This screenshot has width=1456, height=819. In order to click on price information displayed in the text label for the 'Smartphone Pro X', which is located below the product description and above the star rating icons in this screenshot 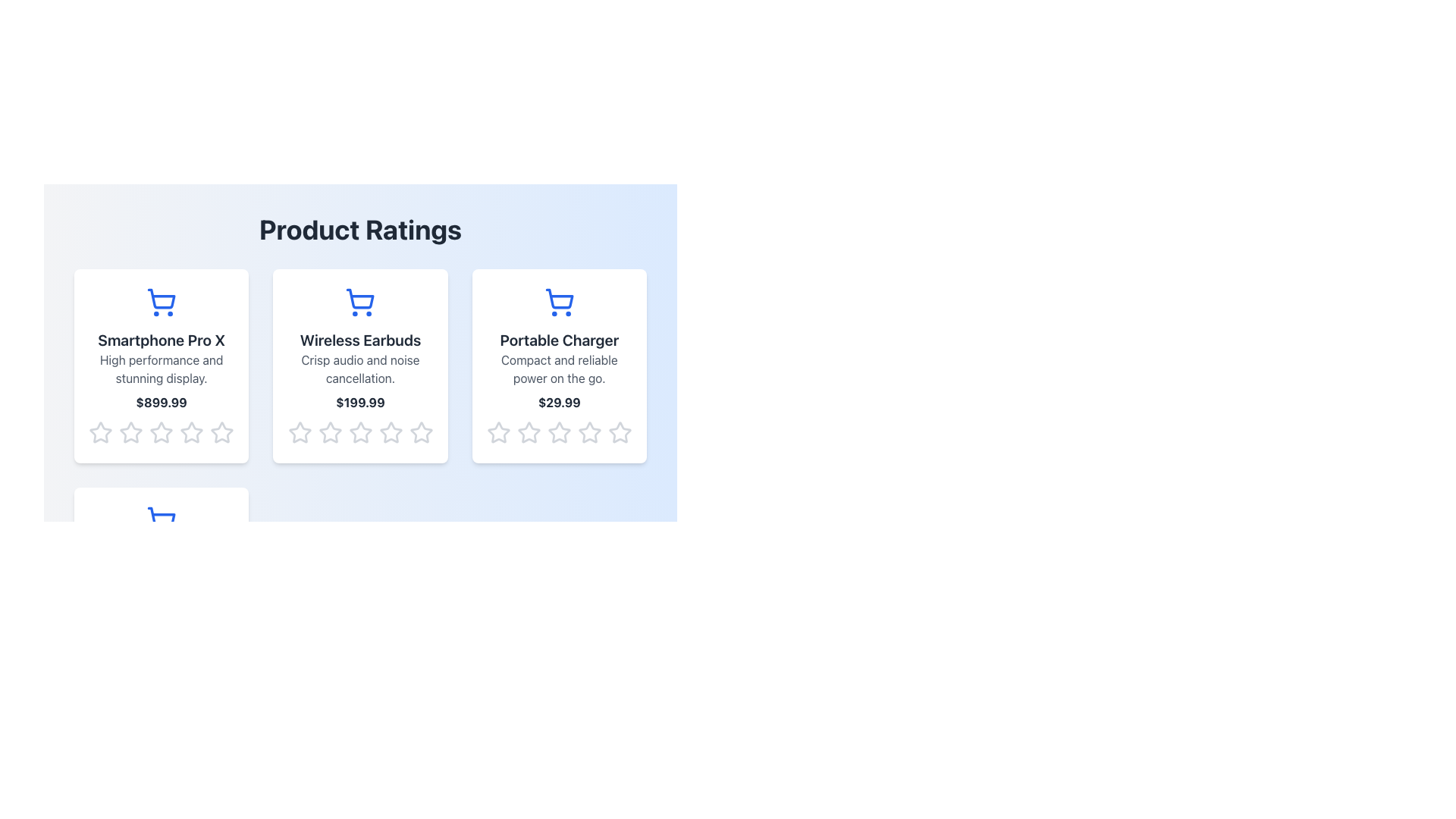, I will do `click(162, 402)`.